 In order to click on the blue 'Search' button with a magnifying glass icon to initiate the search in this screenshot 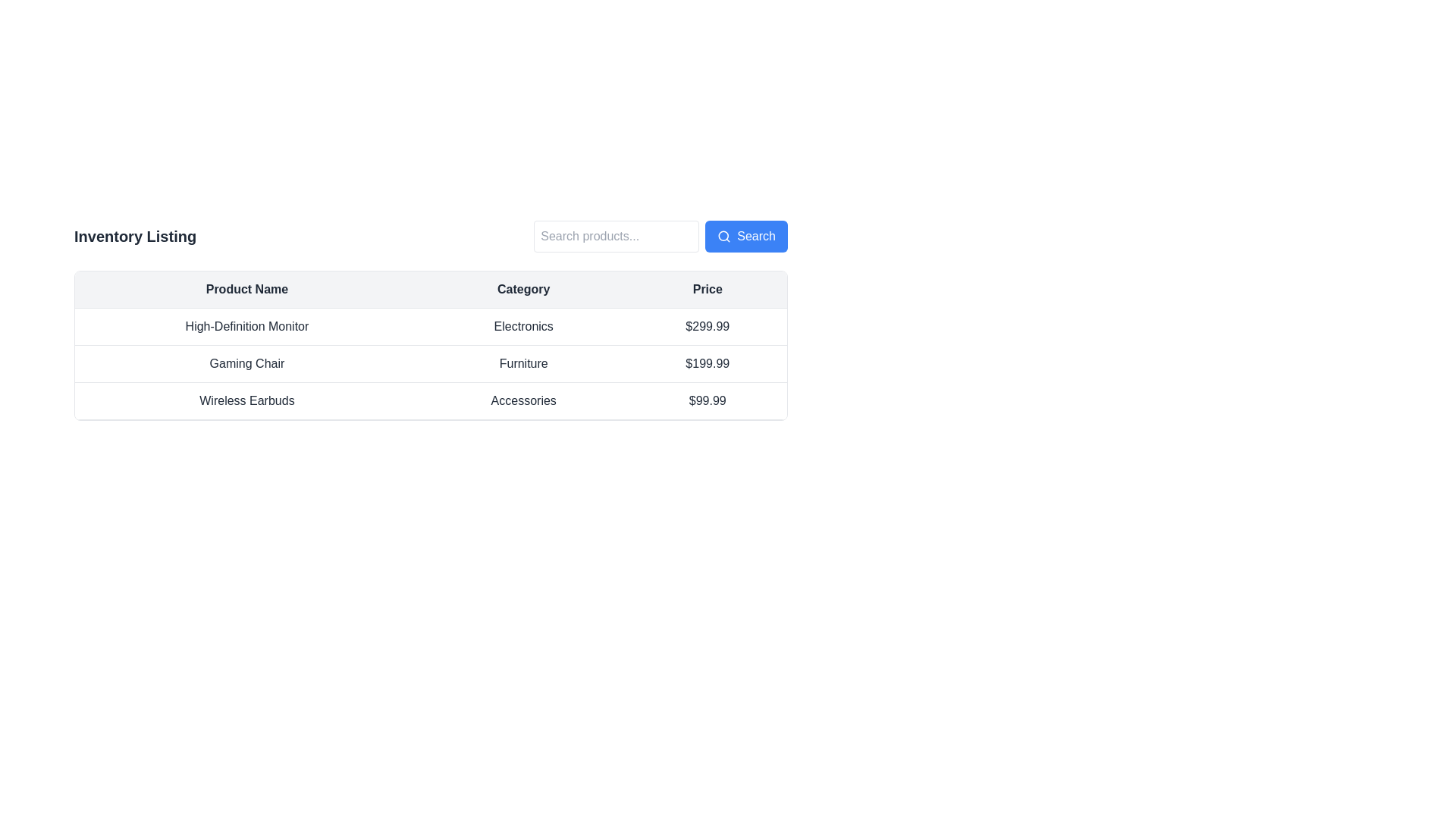, I will do `click(746, 237)`.